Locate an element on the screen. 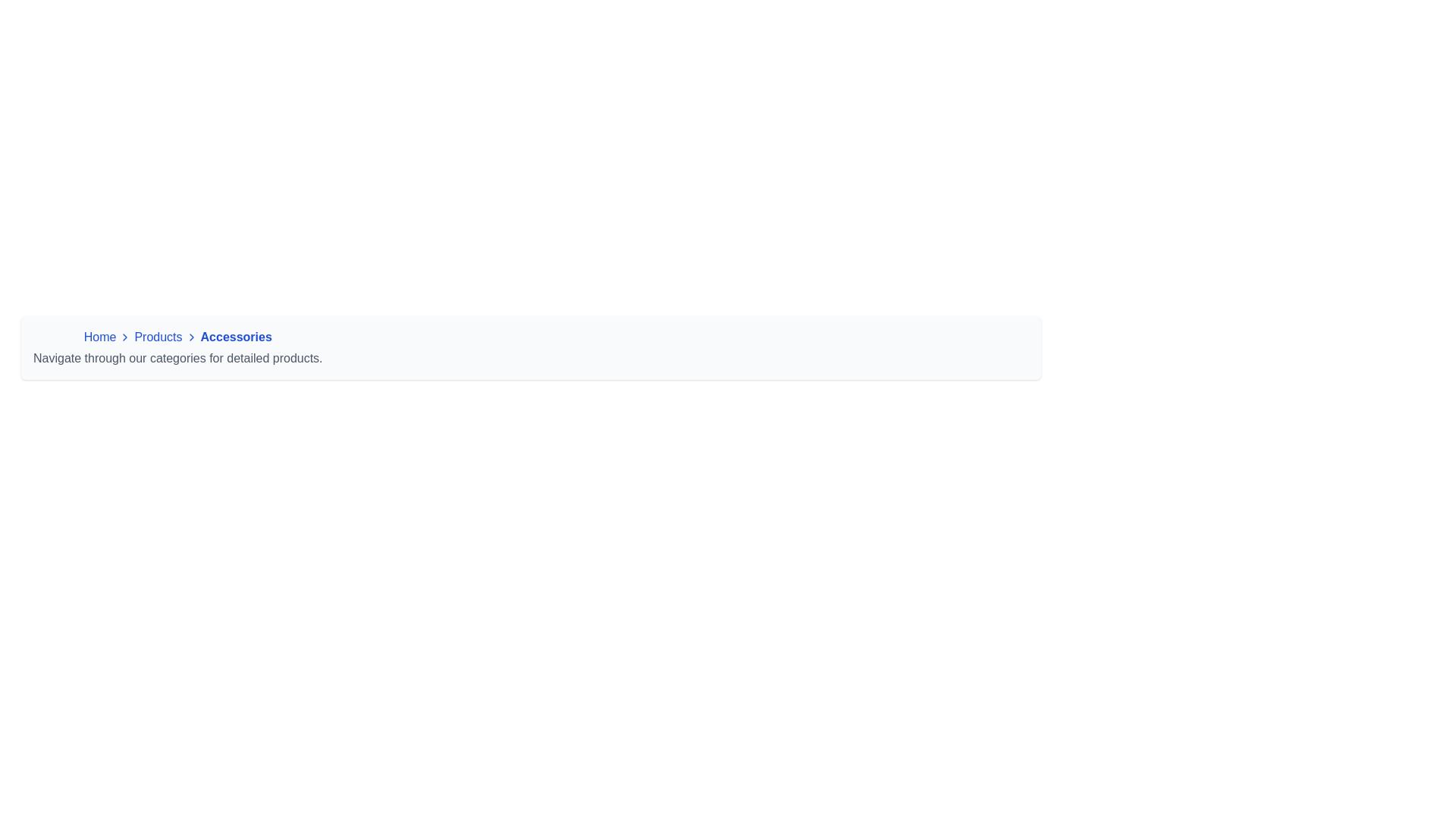 This screenshot has height=819, width=1456. the Chevron-Right icon in the breadcrumb navigation, which indicates progression to the 'Products' section is located at coordinates (125, 336).